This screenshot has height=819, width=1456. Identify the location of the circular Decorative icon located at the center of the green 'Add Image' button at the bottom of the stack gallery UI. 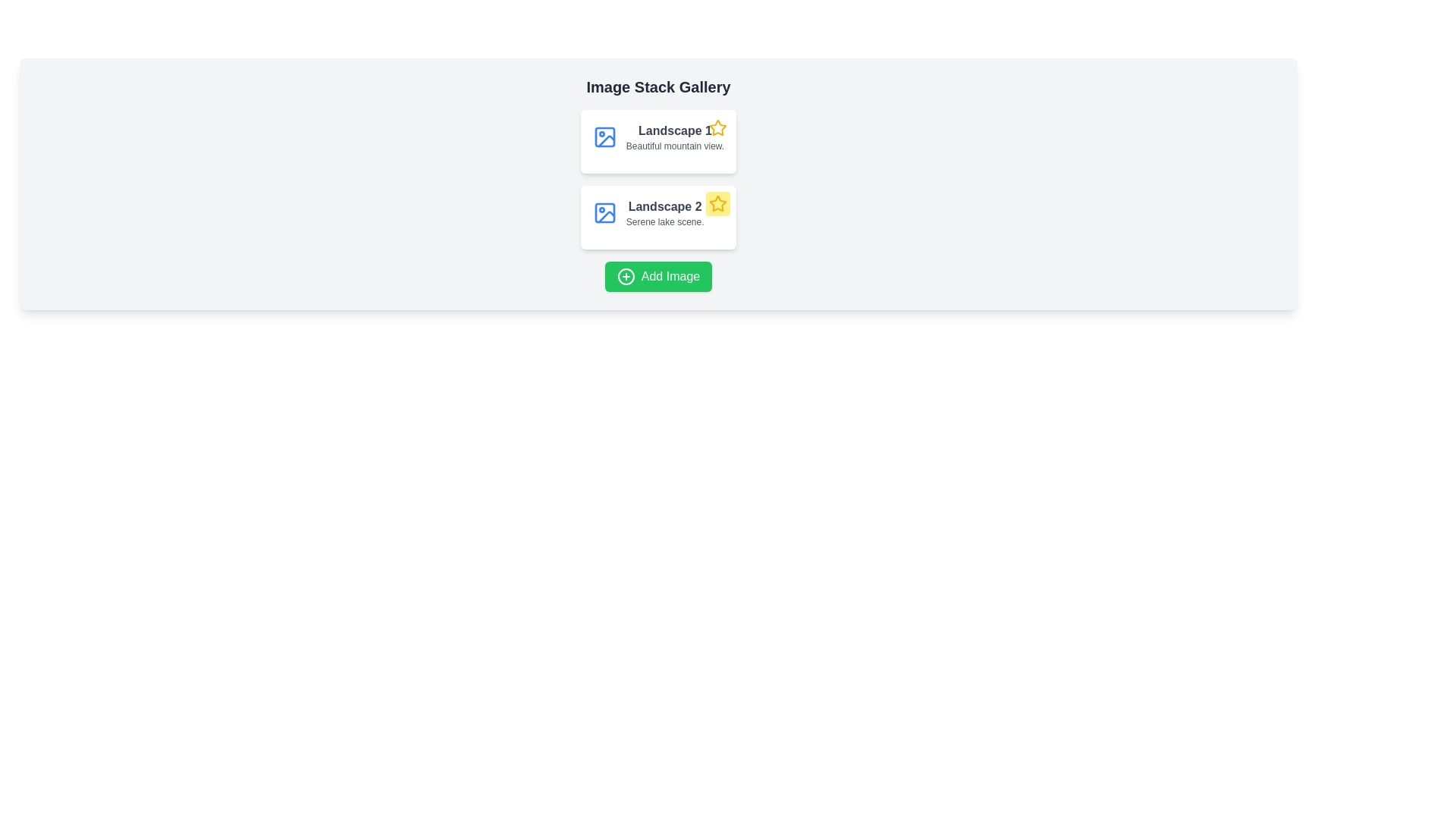
(626, 277).